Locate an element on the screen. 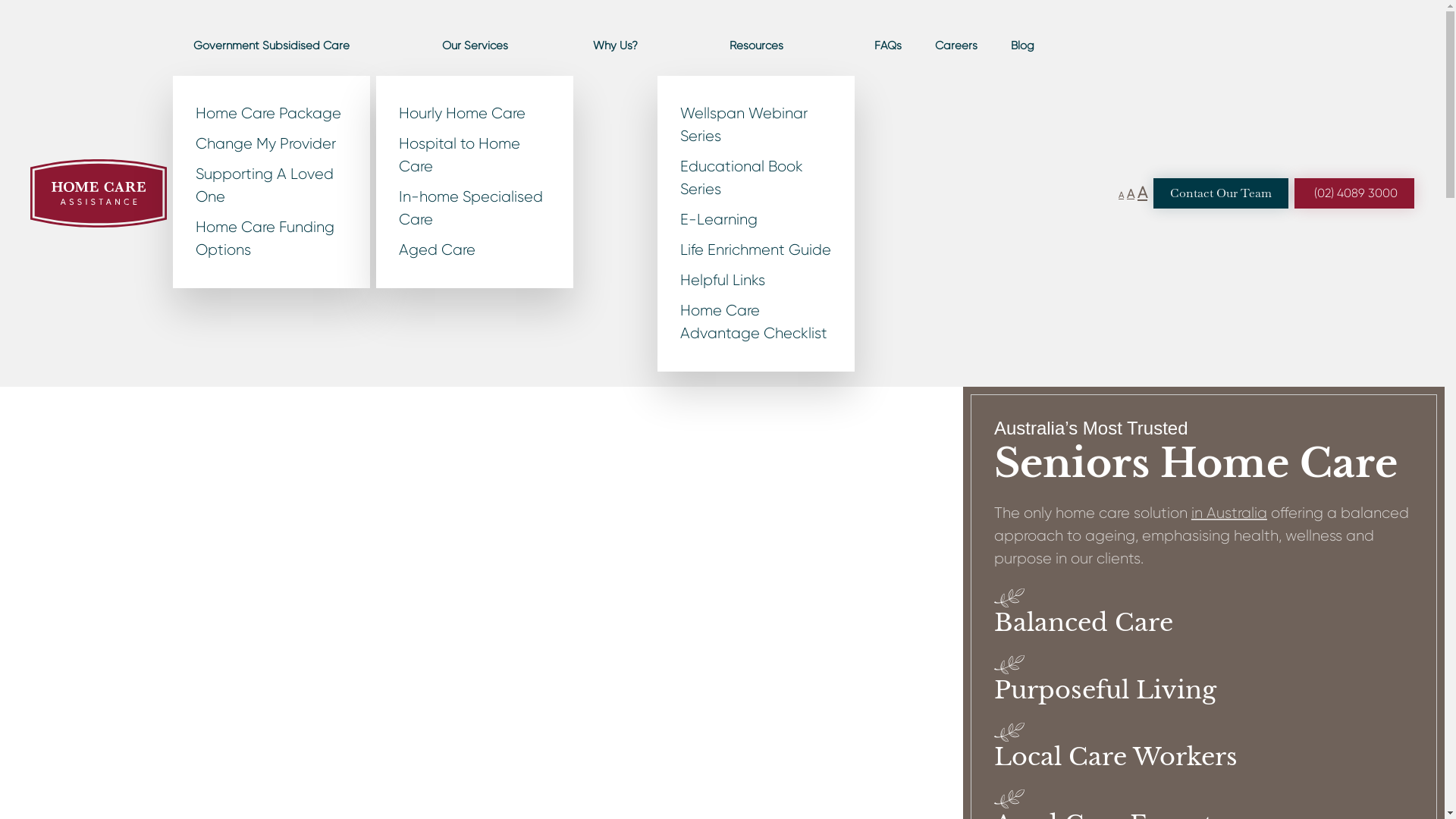 This screenshot has width=1456, height=819. 'Supporting A Loved One' is located at coordinates (271, 185).